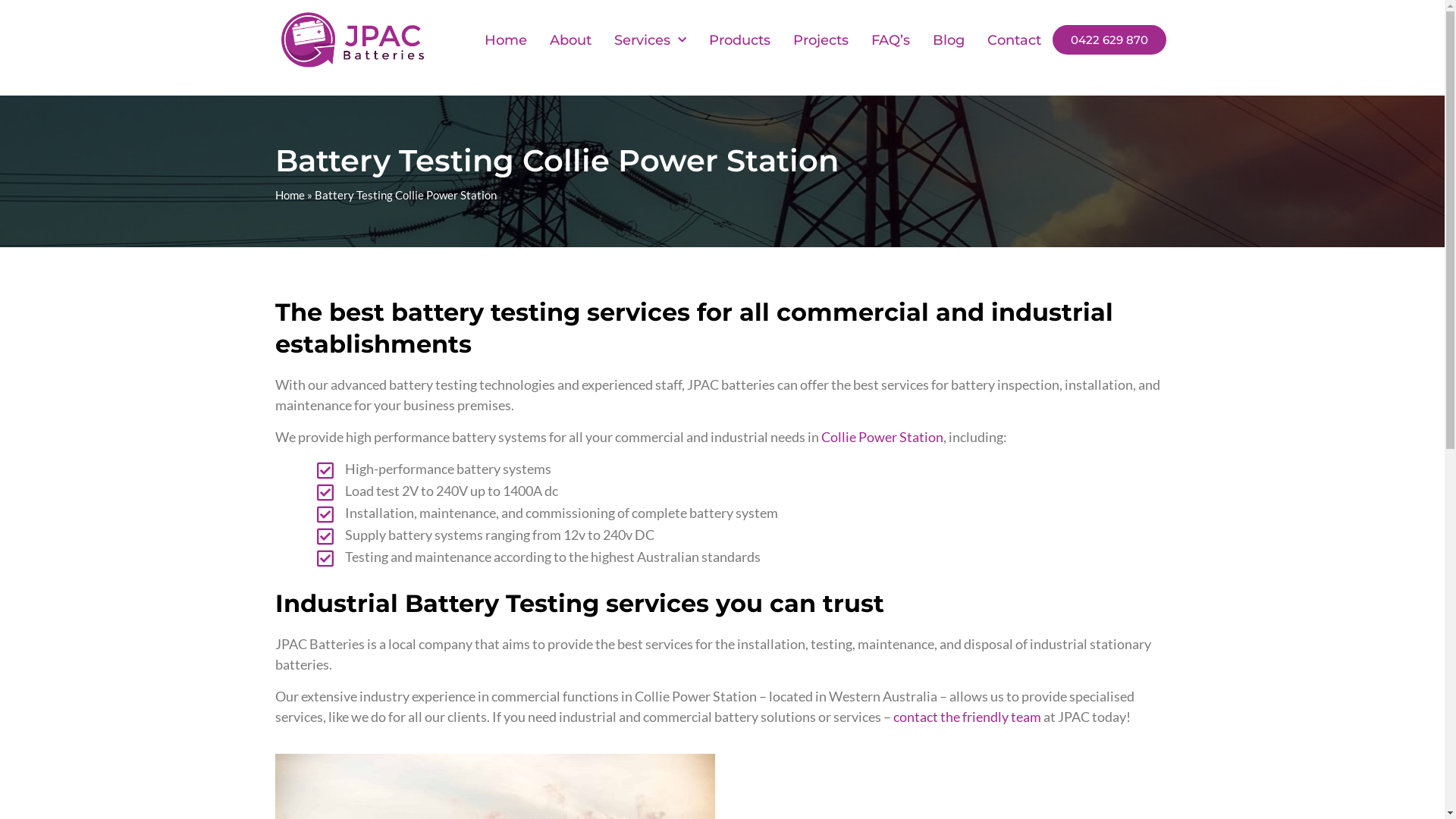 The height and width of the screenshot is (819, 1456). Describe the element at coordinates (739, 39) in the screenshot. I see `'Products'` at that location.